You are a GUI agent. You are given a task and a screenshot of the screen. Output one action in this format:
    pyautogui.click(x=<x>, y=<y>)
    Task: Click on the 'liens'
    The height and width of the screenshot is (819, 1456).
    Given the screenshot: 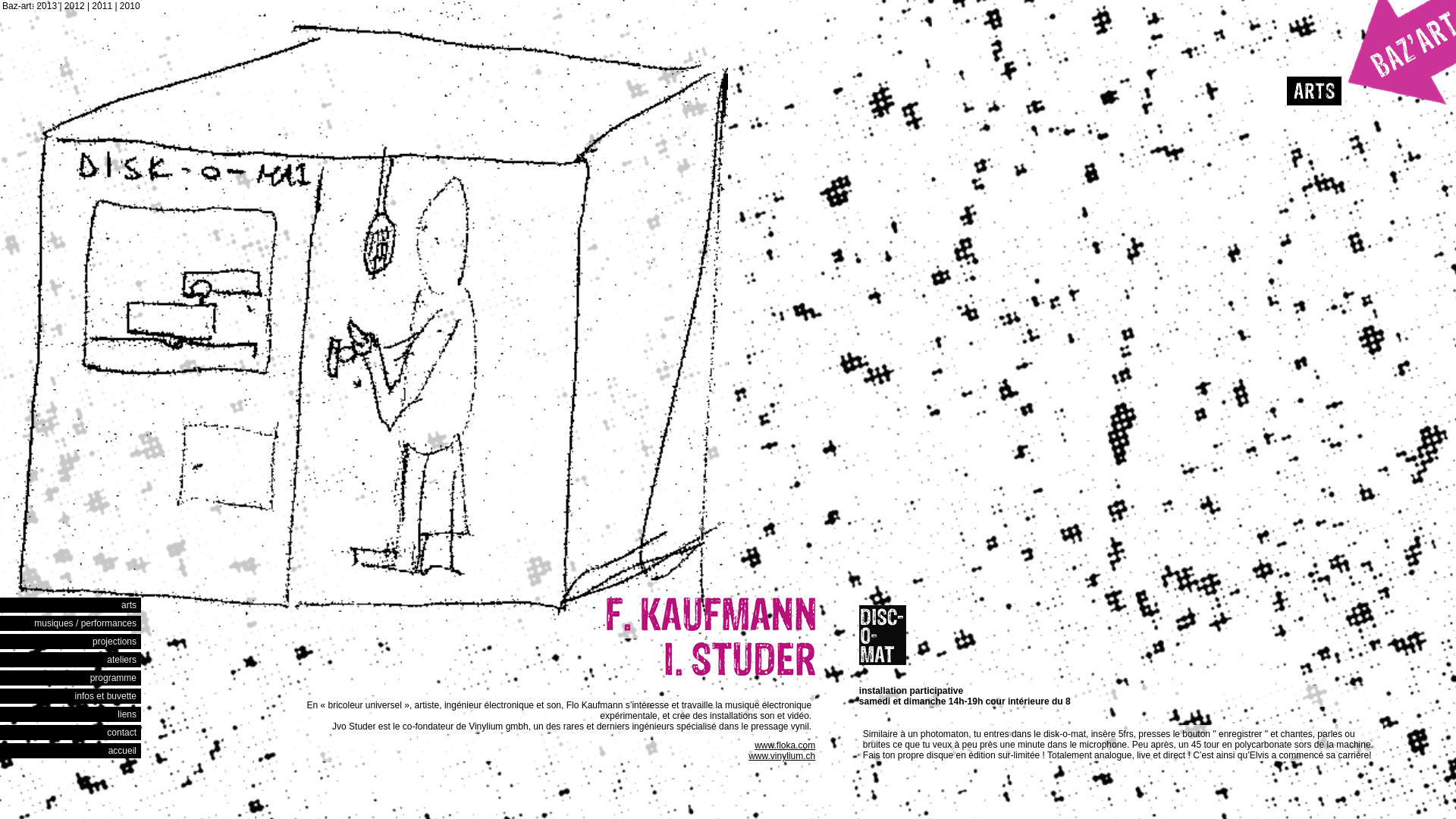 What is the action you would take?
    pyautogui.click(x=0, y=714)
    